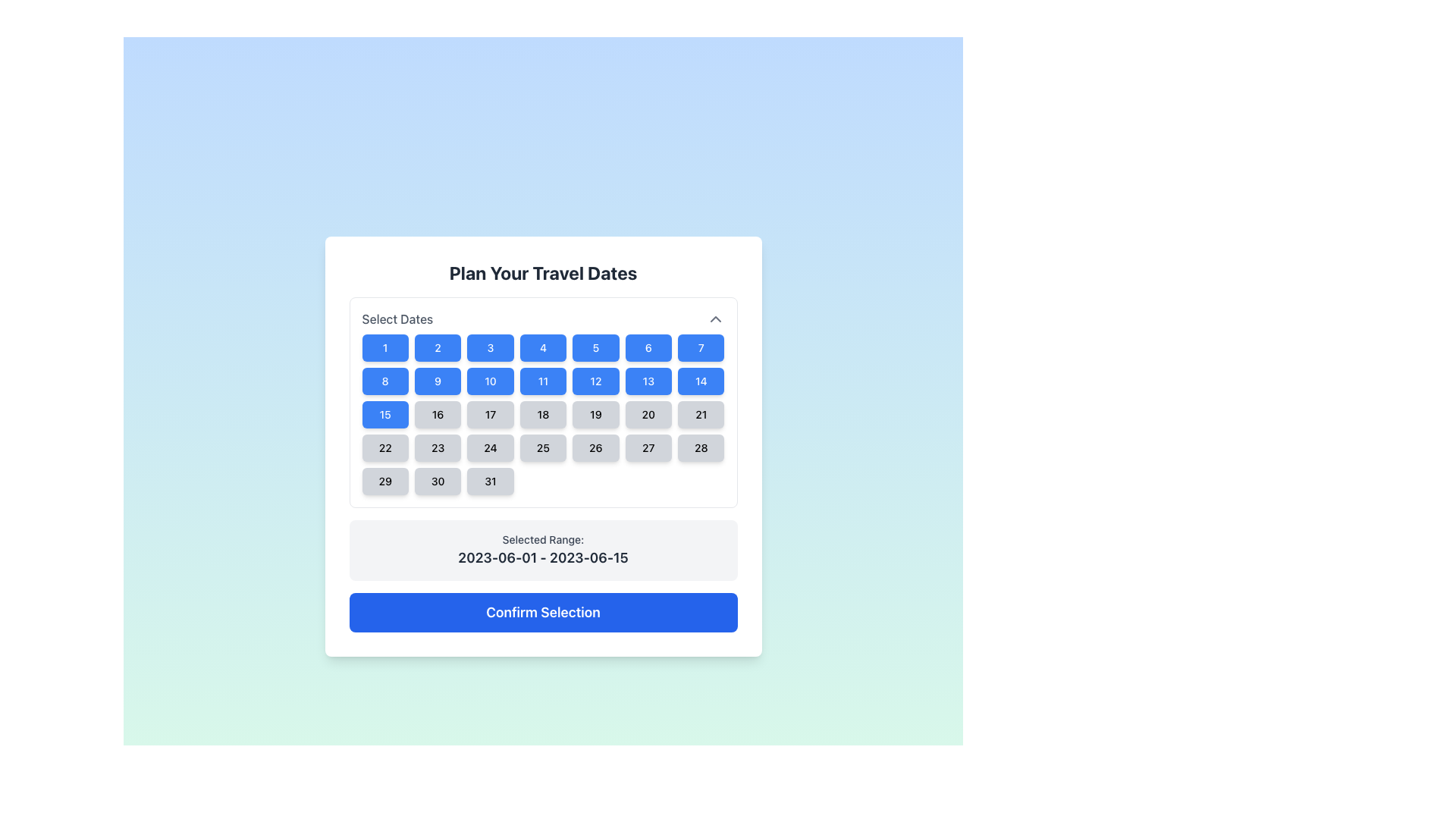 The height and width of the screenshot is (819, 1456). Describe the element at coordinates (491, 482) in the screenshot. I see `the selectable date button representing the date '31' in the calendar interface` at that location.